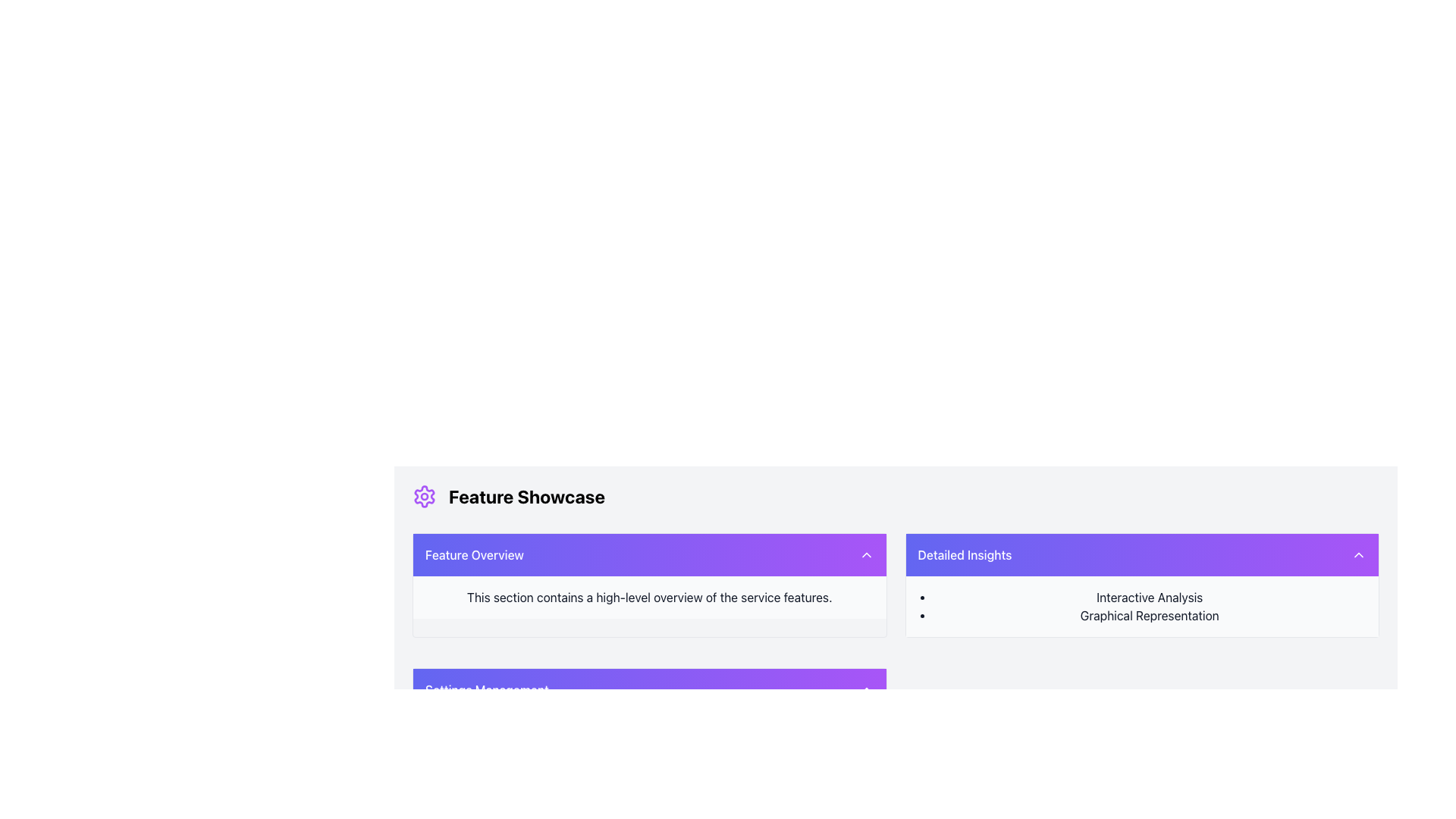  What do you see at coordinates (649, 555) in the screenshot?
I see `the collapsible button for the 'Feature Overview' section` at bounding box center [649, 555].